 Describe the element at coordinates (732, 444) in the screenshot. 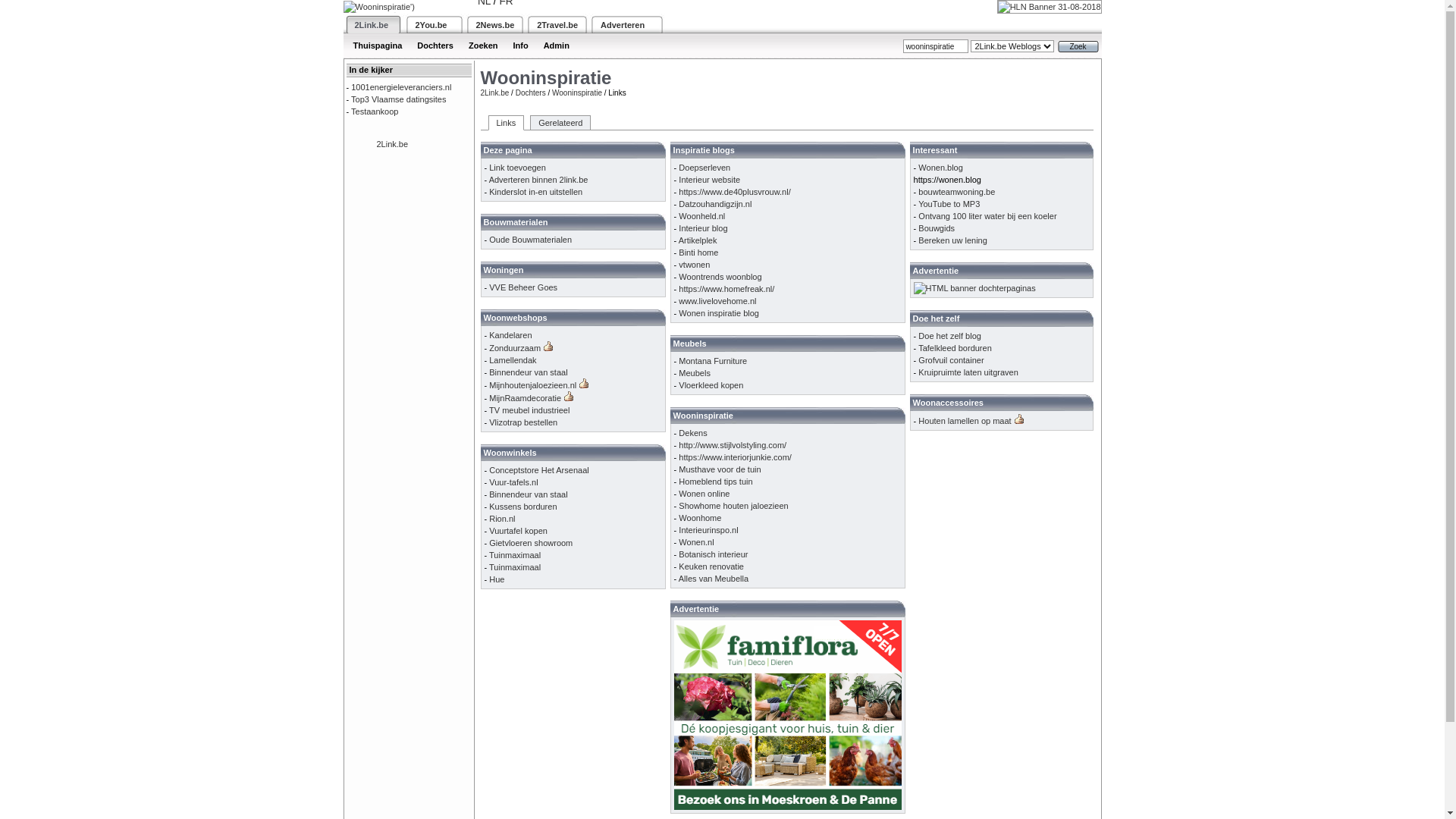

I see `'http://www.stijlvolstyling.com/'` at that location.